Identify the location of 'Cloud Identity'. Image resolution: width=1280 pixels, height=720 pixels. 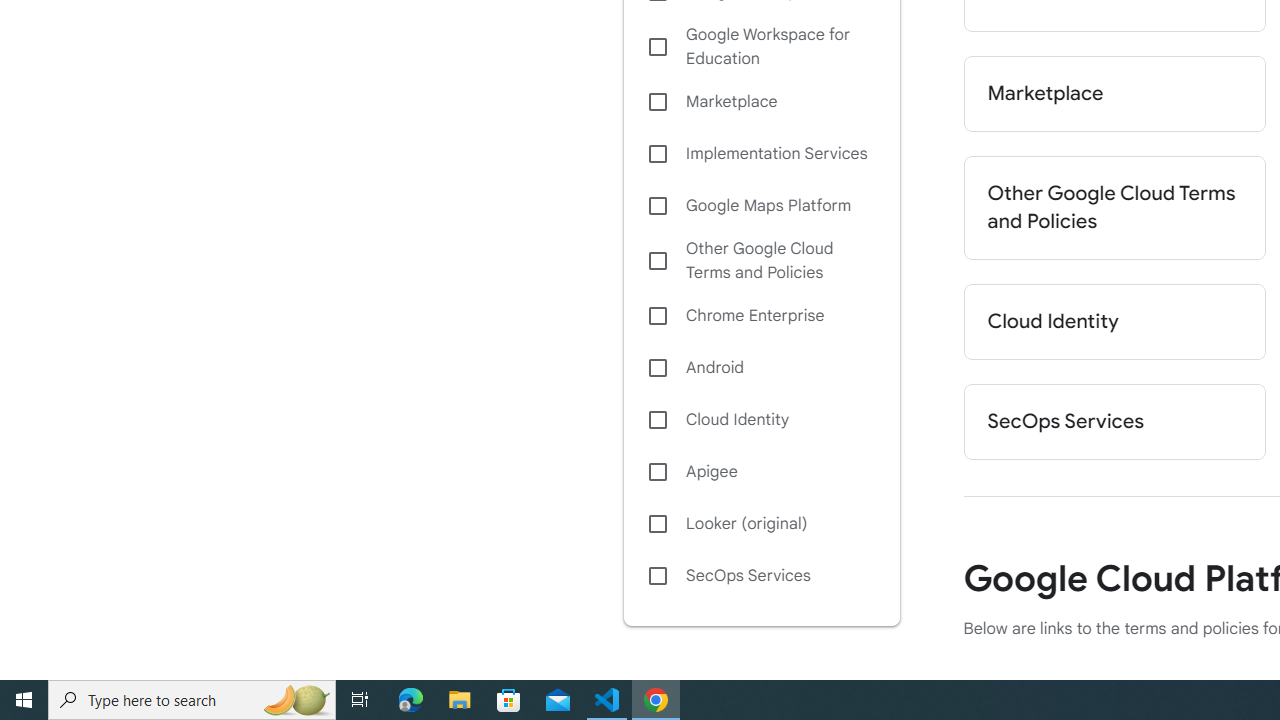
(760, 418).